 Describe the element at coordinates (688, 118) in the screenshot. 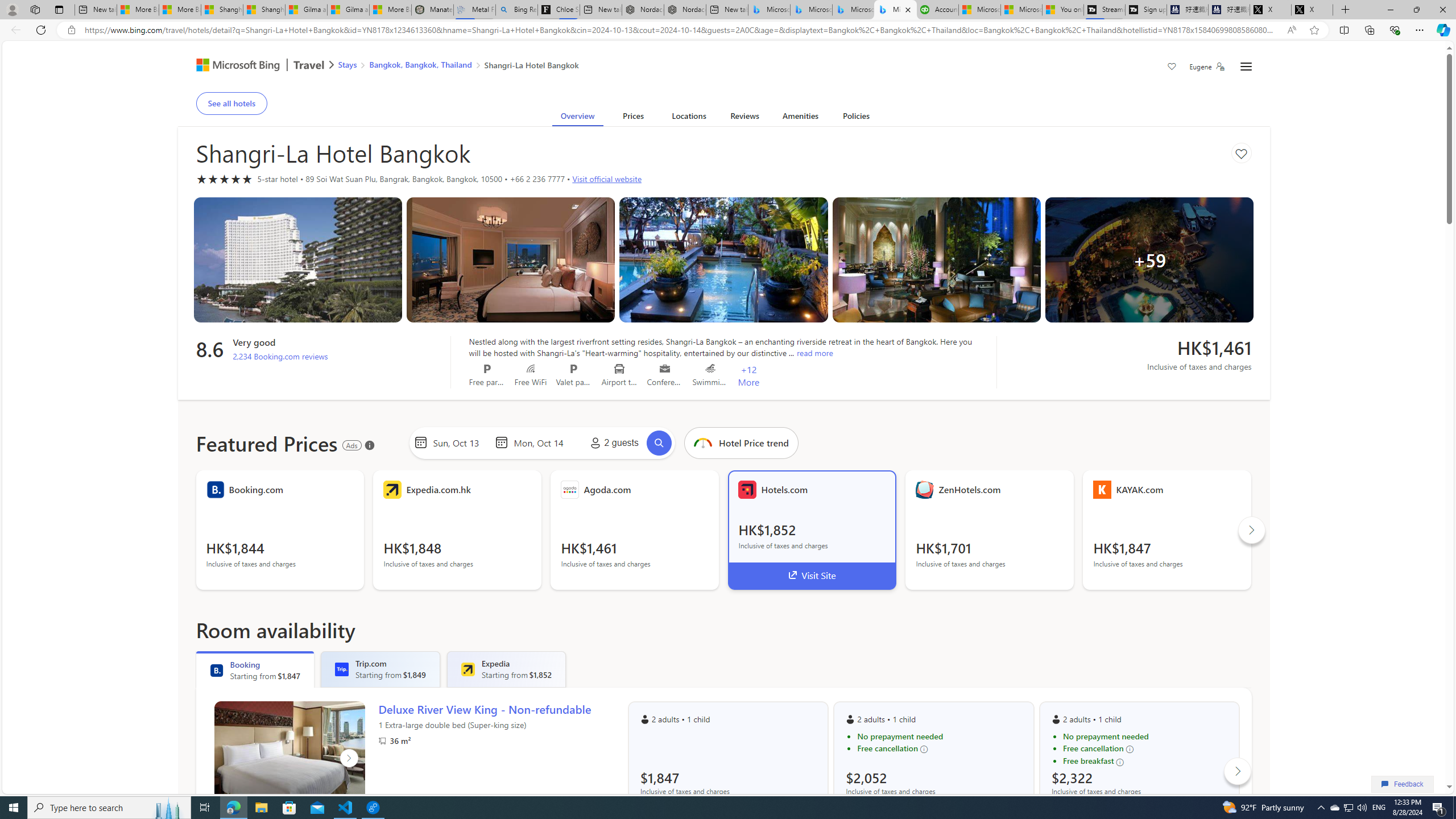

I see `'Locations'` at that location.